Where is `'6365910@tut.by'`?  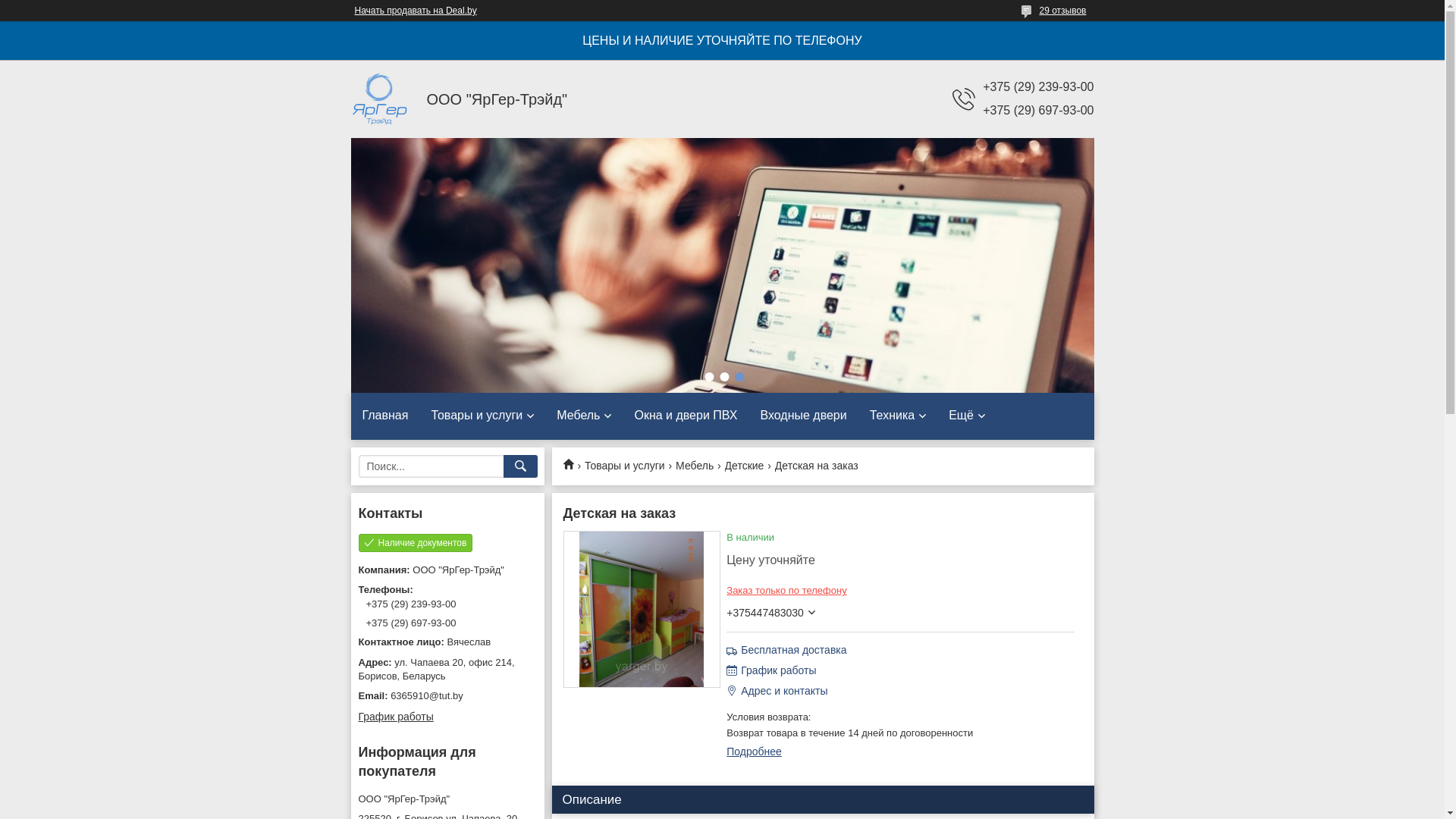
'6365910@tut.by' is located at coordinates (446, 696).